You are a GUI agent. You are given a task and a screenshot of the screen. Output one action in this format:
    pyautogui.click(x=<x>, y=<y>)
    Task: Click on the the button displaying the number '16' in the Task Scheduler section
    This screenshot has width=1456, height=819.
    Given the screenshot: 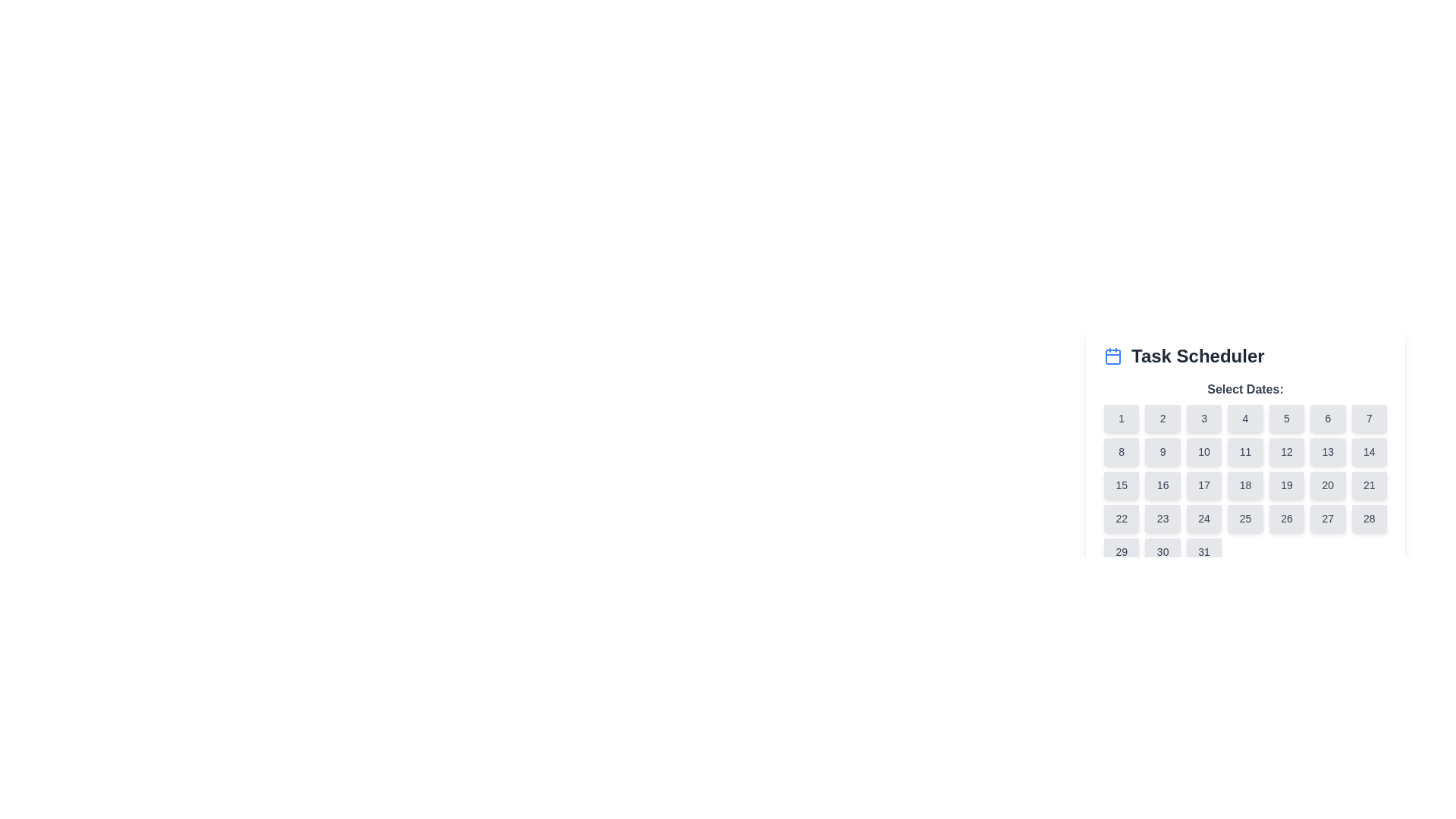 What is the action you would take?
    pyautogui.click(x=1162, y=485)
    